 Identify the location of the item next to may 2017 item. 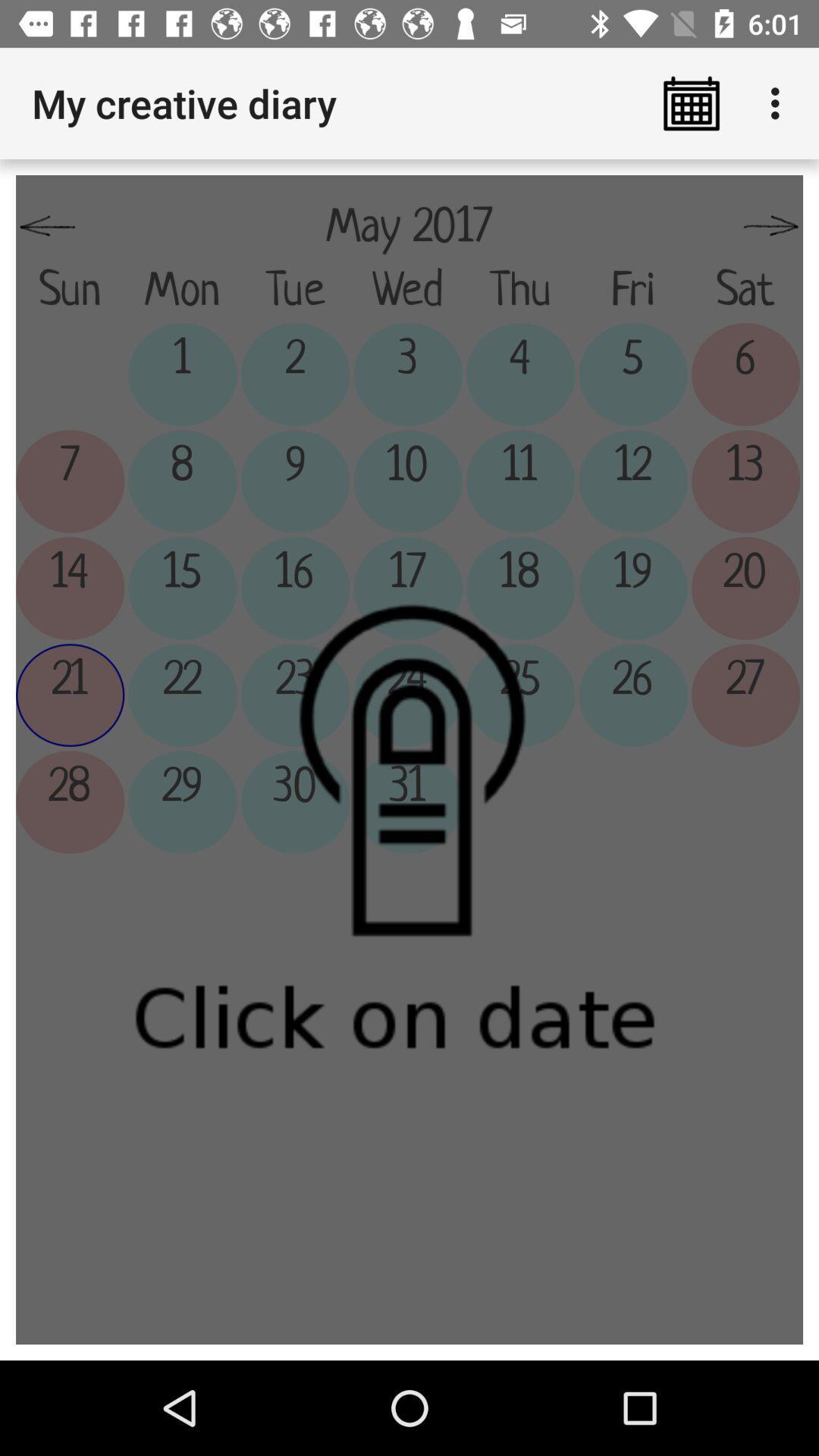
(771, 226).